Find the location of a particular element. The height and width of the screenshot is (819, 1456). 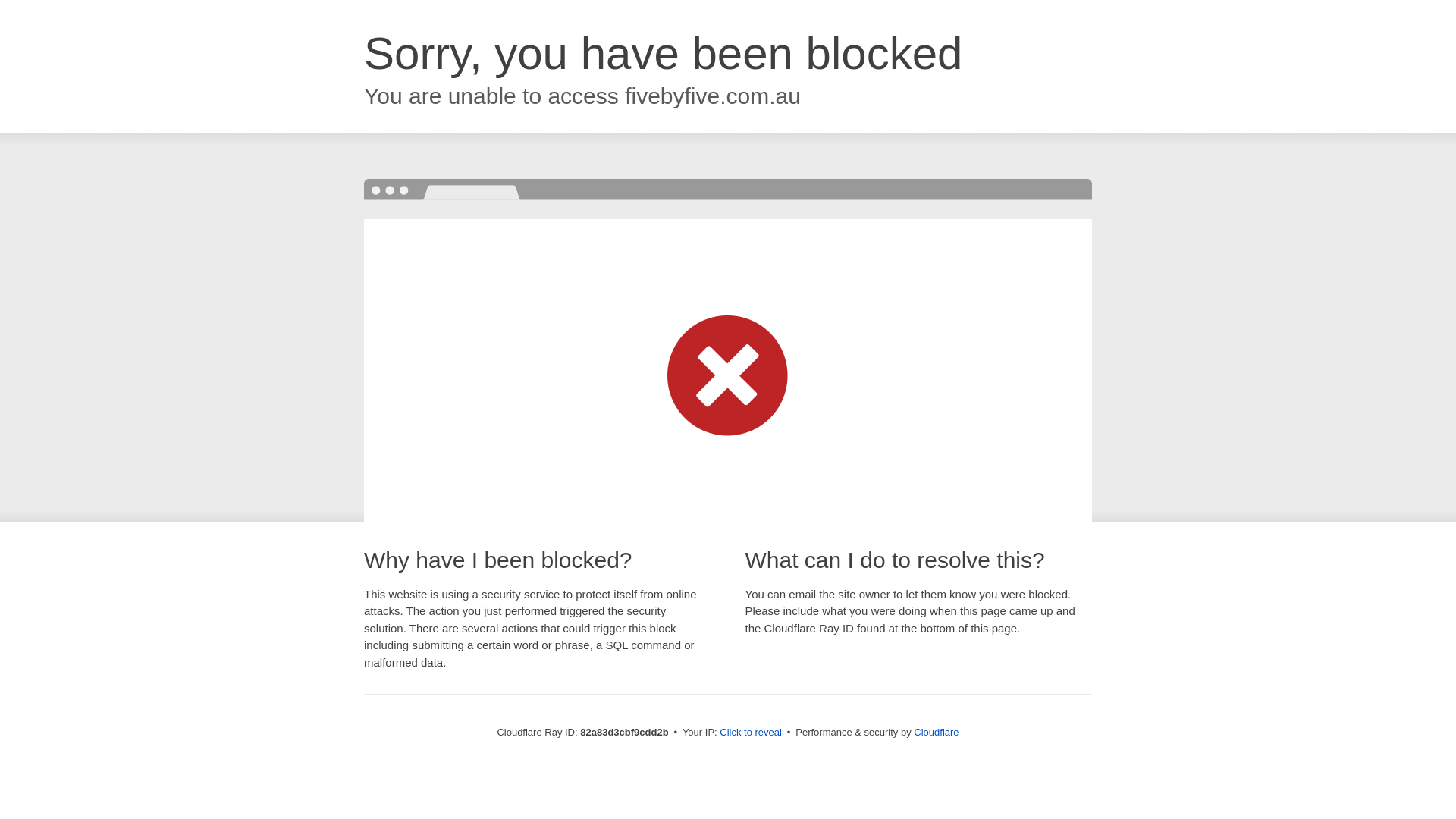

'Click to reveal' is located at coordinates (750, 731).